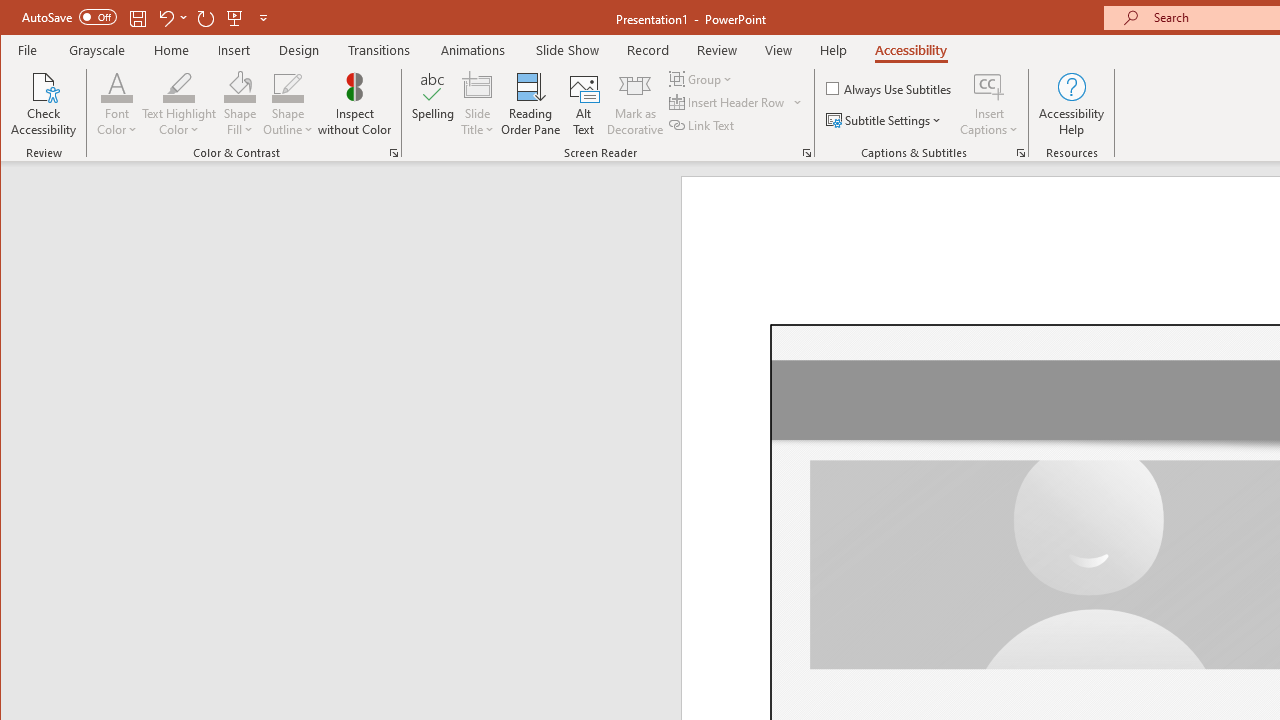 The width and height of the screenshot is (1280, 720). What do you see at coordinates (287, 104) in the screenshot?
I see `'Shape Outline'` at bounding box center [287, 104].